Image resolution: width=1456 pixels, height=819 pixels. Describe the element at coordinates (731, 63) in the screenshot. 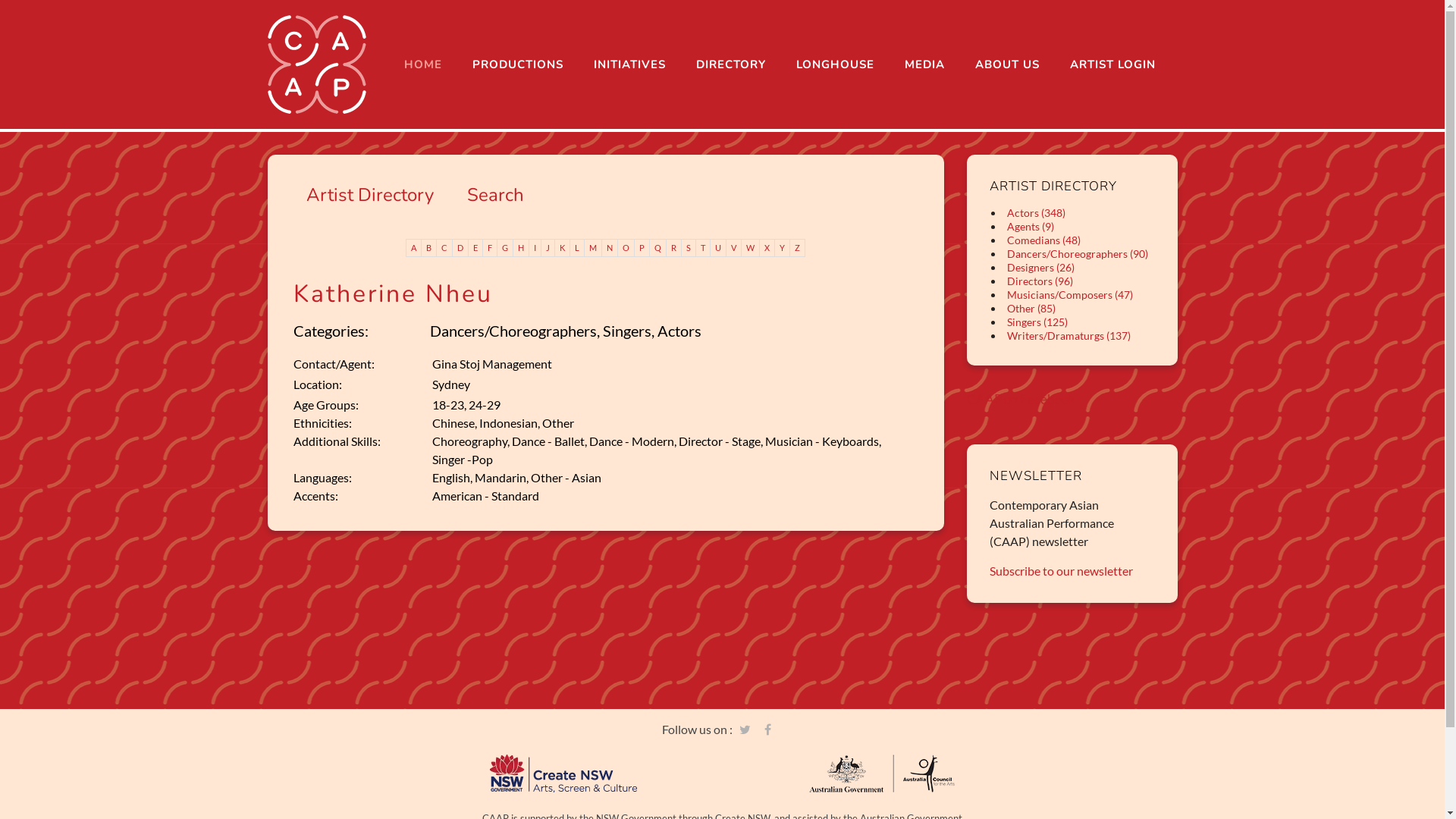

I see `'DIRECTORY'` at that location.